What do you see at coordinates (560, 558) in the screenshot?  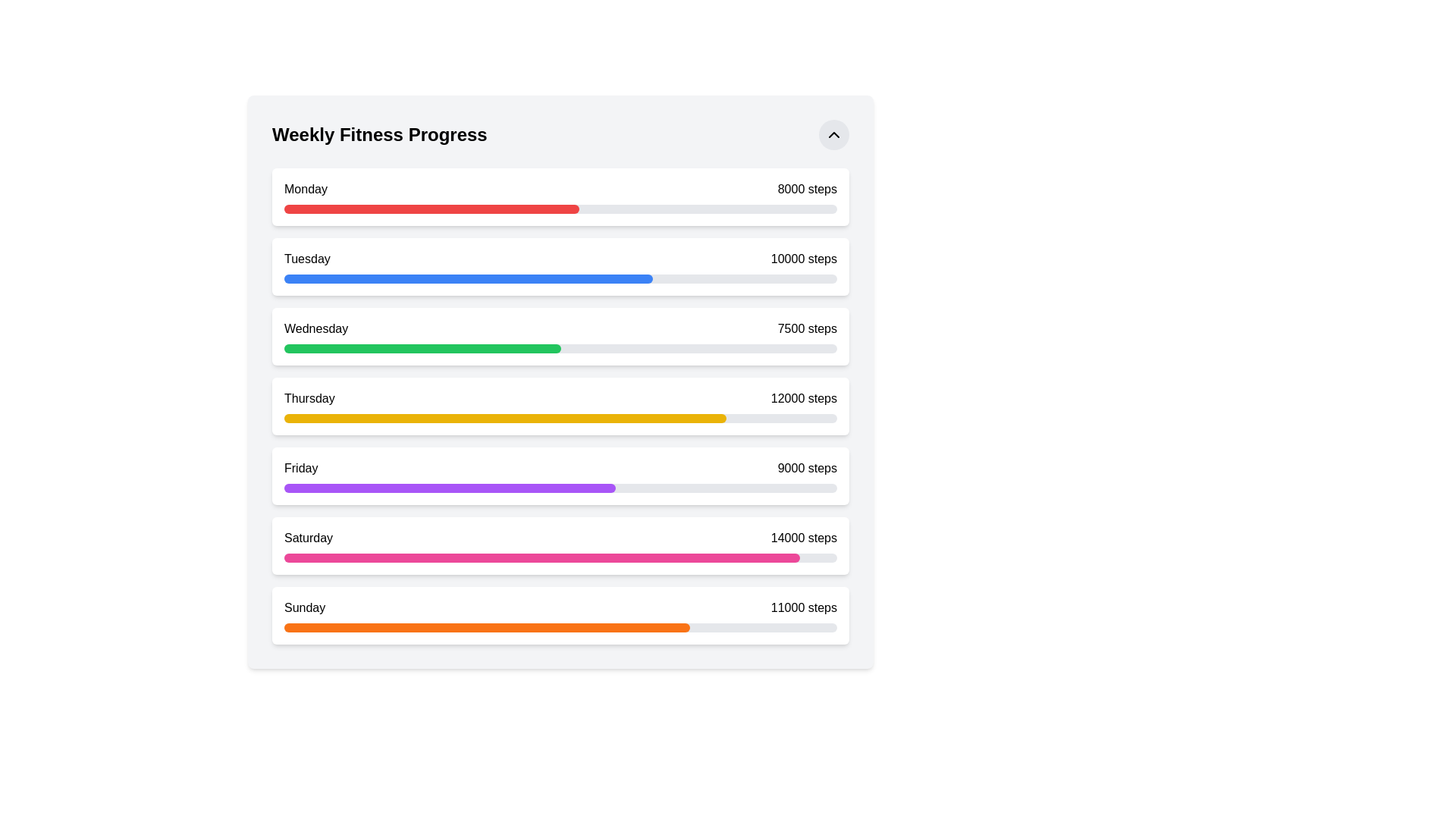 I see `the progress bar representing Saturday's fitness goals, which is the sixth item in a vertical list under the label 'Saturday', positioned between 'Friday' and 'Sunday'` at bounding box center [560, 558].